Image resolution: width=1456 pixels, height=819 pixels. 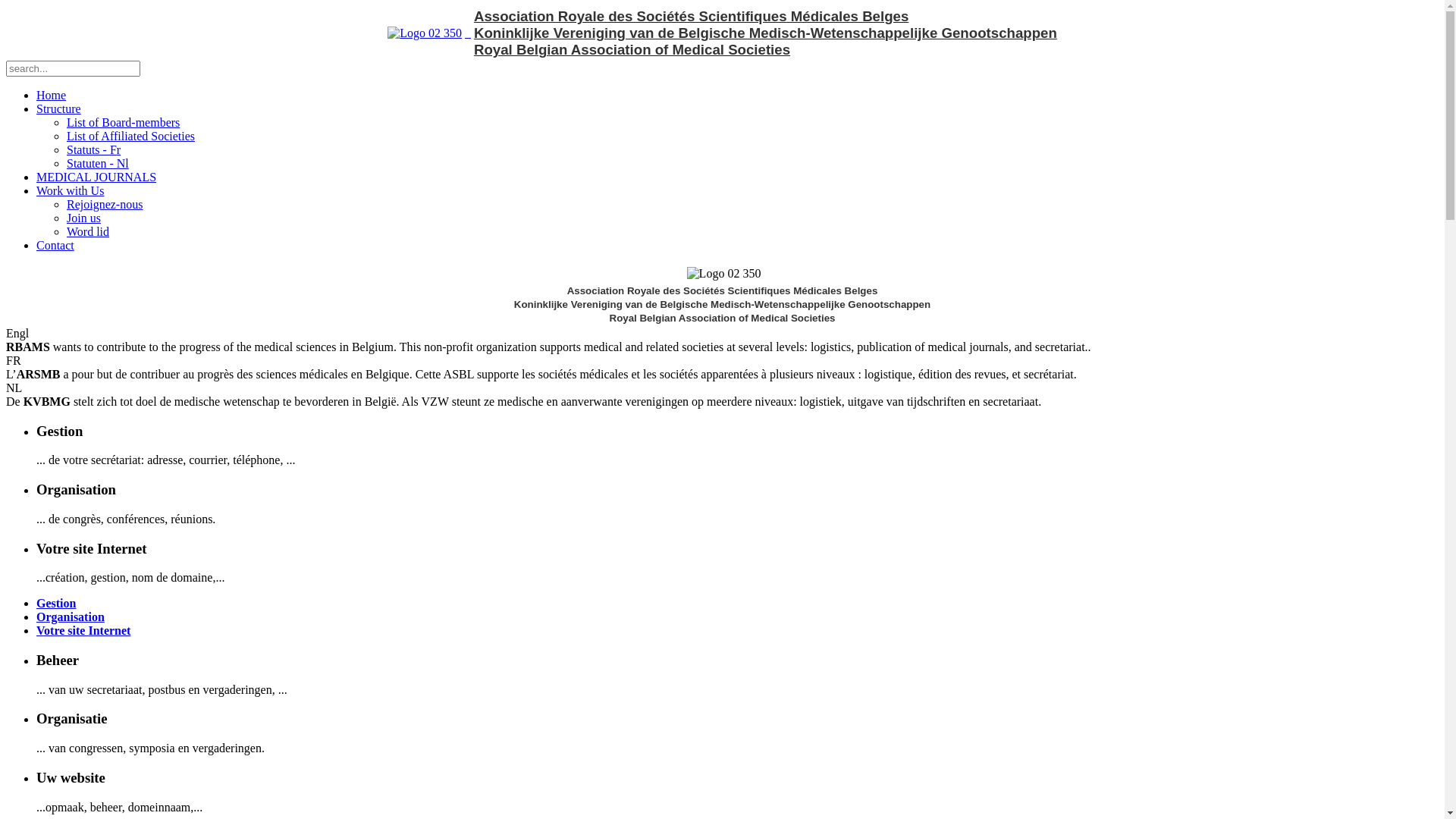 I want to click on 'Word lid', so click(x=86, y=231).